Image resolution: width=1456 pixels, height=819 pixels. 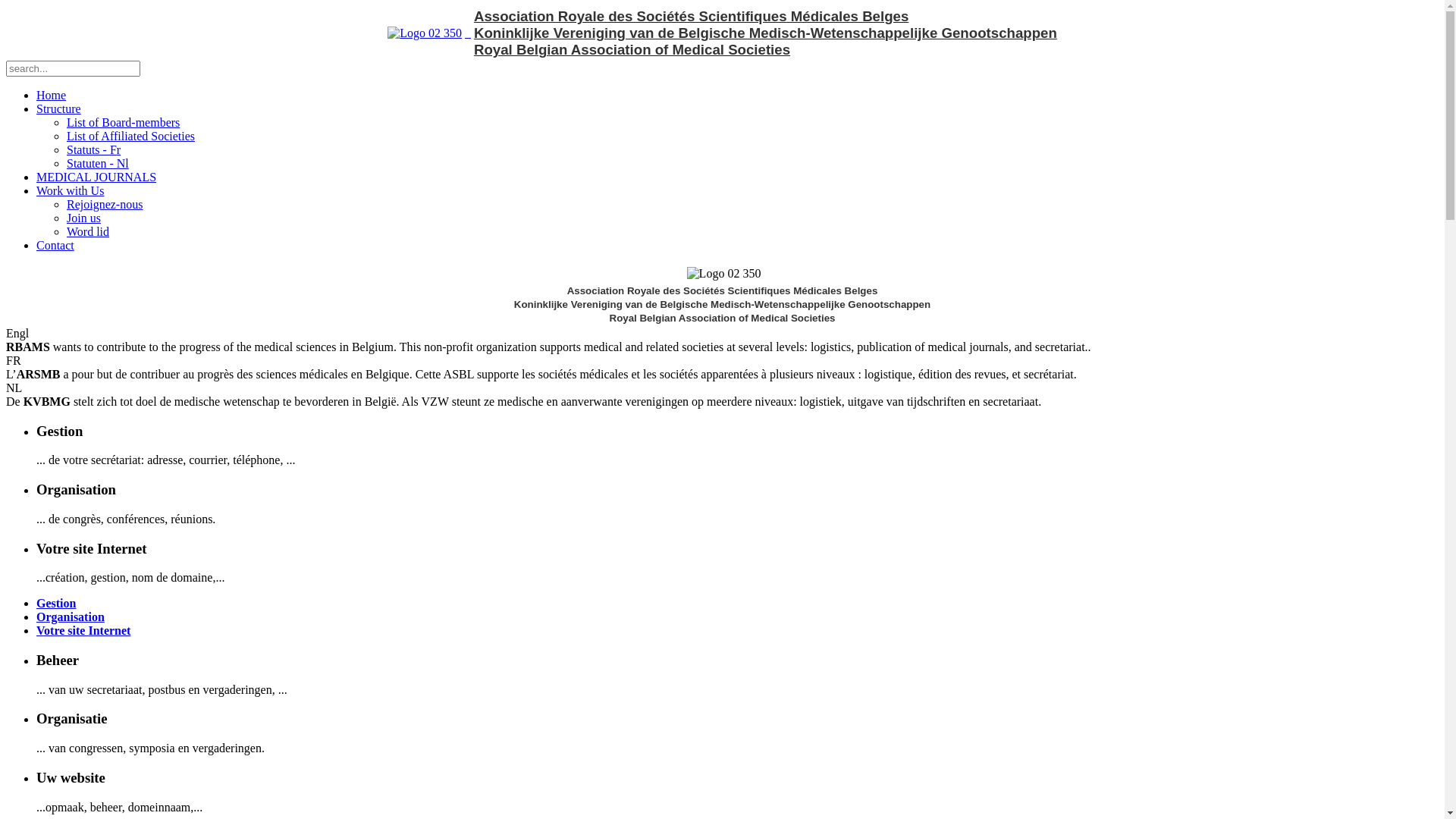 I want to click on 'Word lid', so click(x=86, y=231).